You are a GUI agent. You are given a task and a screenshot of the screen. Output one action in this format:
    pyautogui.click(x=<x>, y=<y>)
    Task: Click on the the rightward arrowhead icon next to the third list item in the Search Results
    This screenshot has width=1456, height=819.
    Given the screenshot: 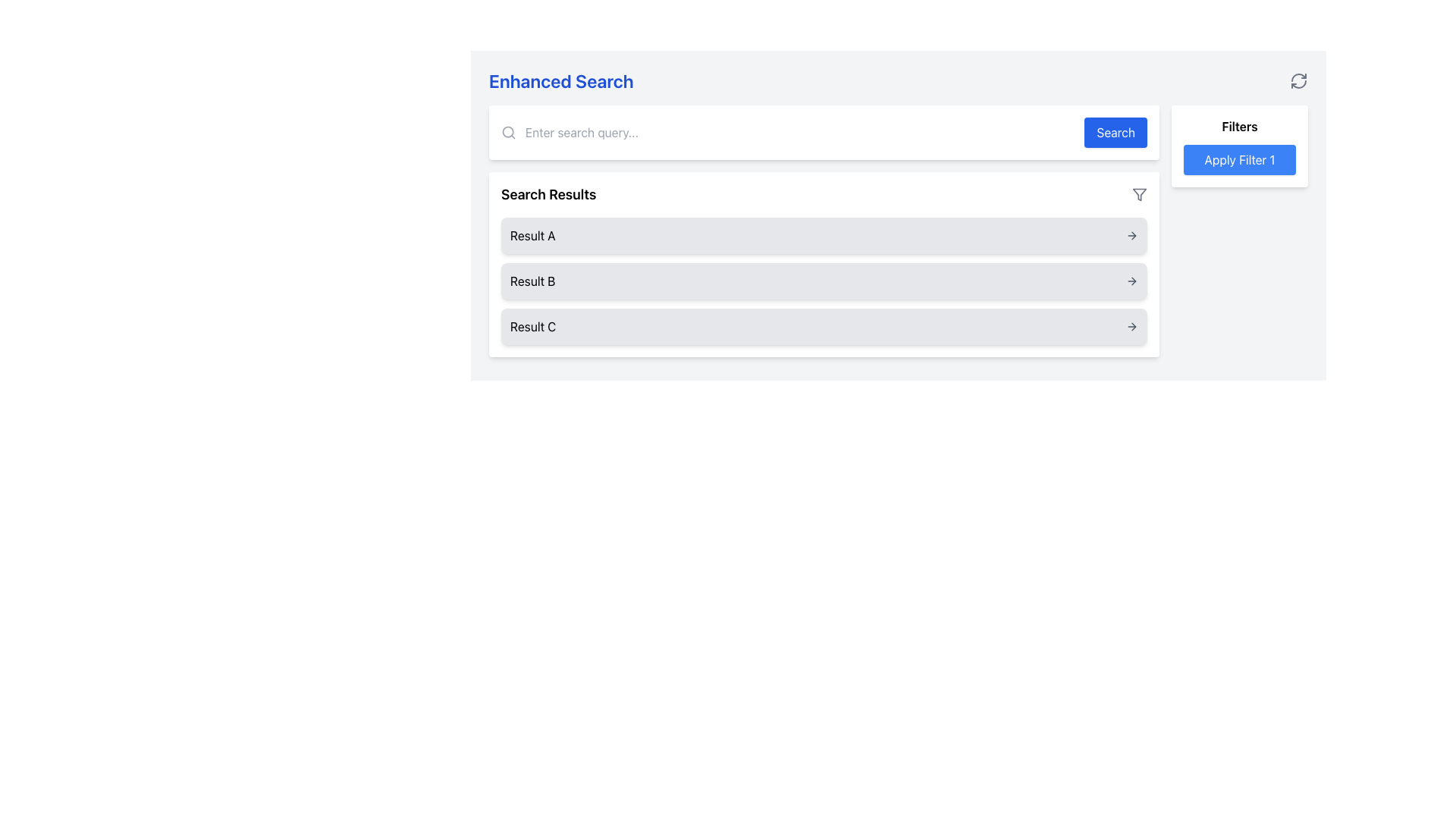 What is the action you would take?
    pyautogui.click(x=1133, y=326)
    